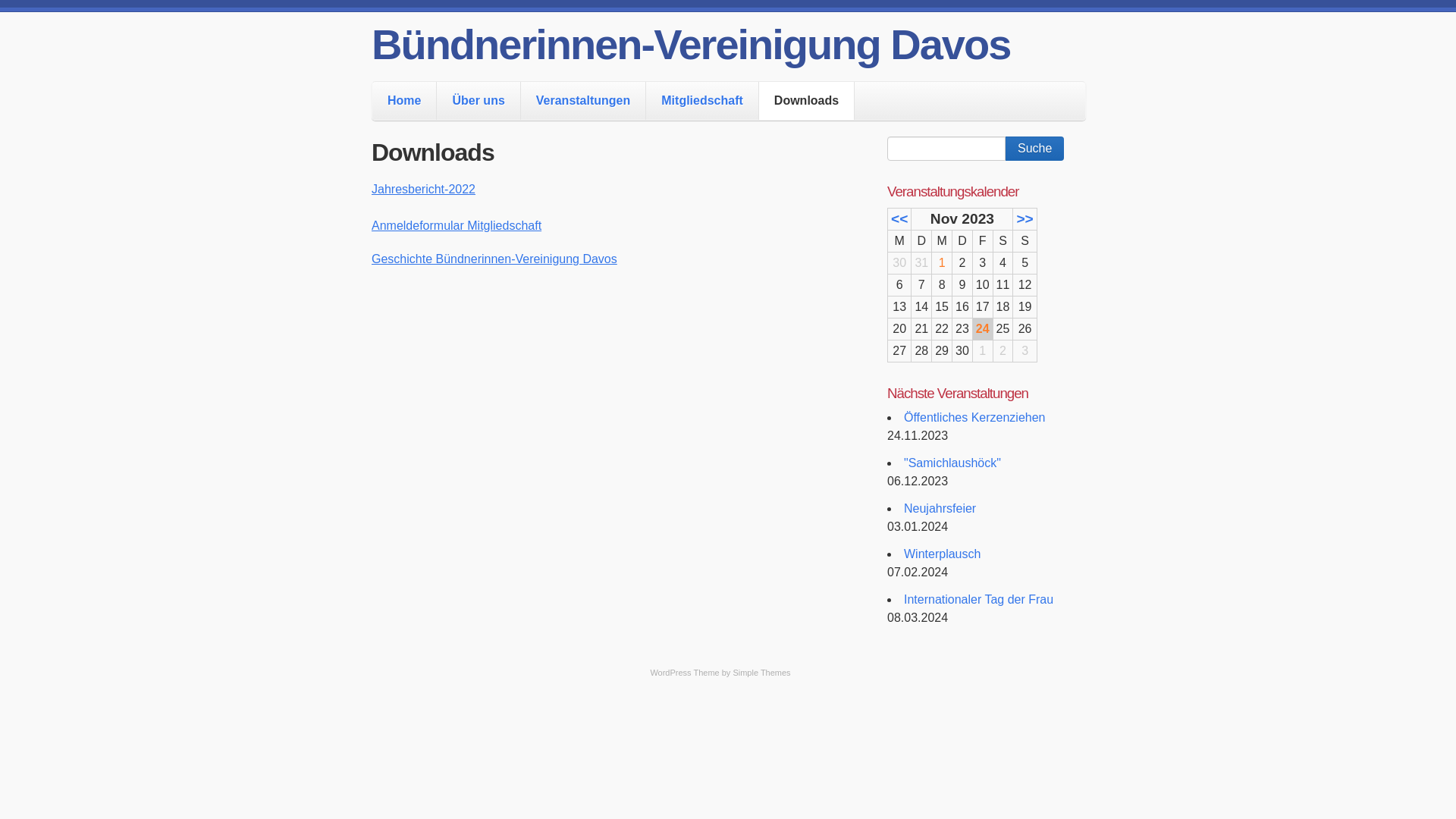  Describe the element at coordinates (899, 218) in the screenshot. I see `'<<'` at that location.